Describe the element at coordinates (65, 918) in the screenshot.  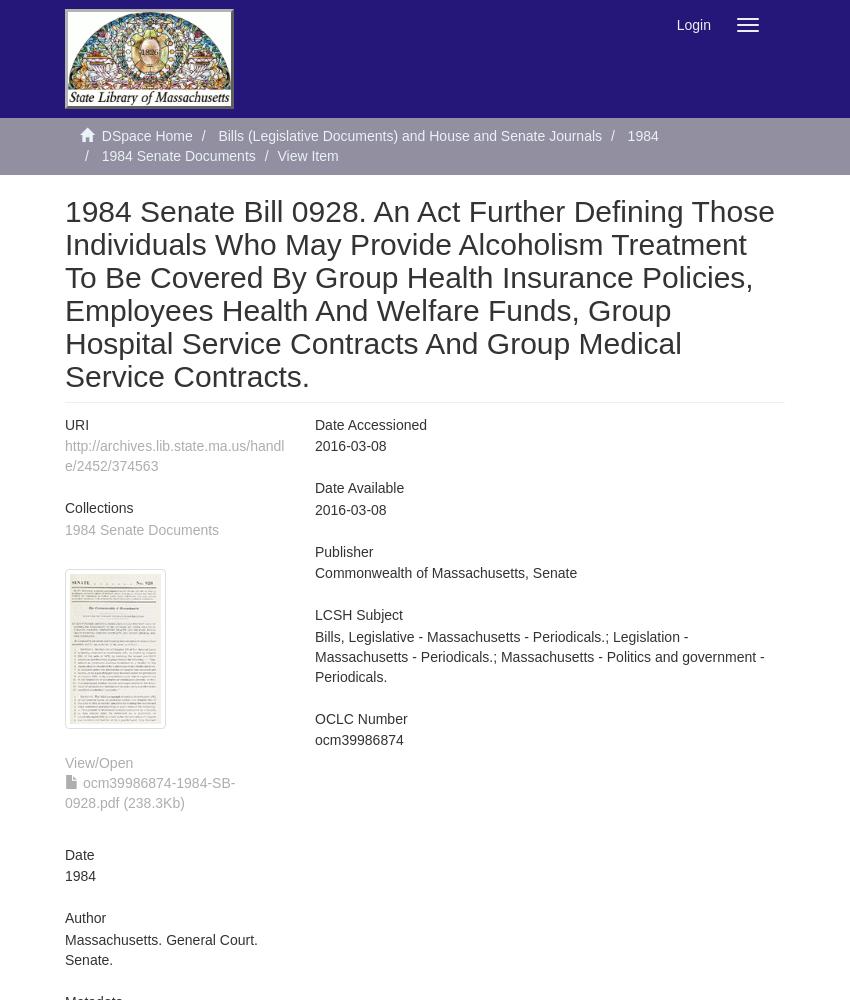
I see `'Author'` at that location.